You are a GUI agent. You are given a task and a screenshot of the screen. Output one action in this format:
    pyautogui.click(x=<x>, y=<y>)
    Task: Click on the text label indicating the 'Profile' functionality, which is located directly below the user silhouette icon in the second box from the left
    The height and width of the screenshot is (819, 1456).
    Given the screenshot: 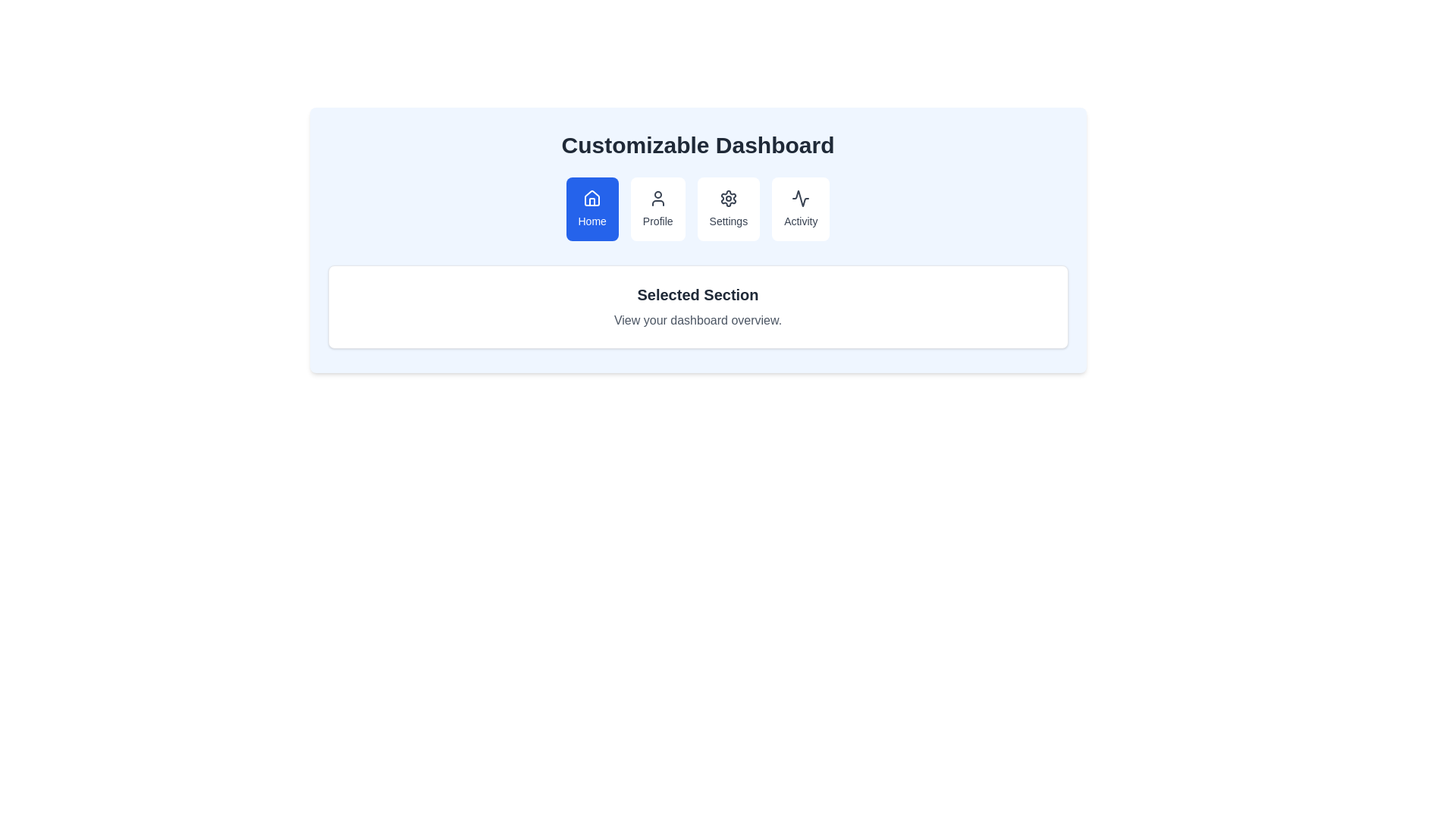 What is the action you would take?
    pyautogui.click(x=657, y=221)
    